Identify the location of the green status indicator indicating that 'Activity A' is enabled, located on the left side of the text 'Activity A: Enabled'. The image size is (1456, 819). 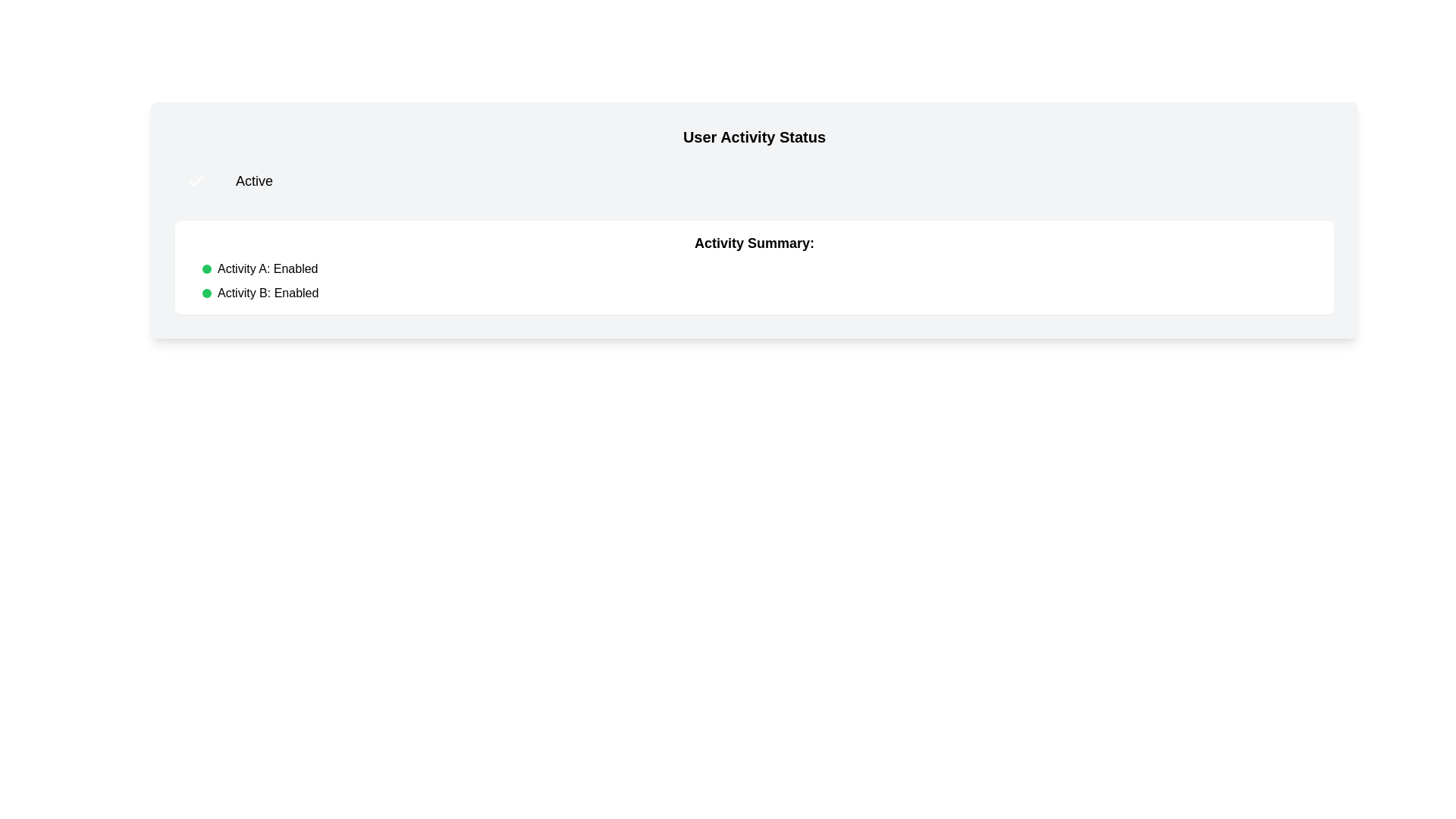
(206, 268).